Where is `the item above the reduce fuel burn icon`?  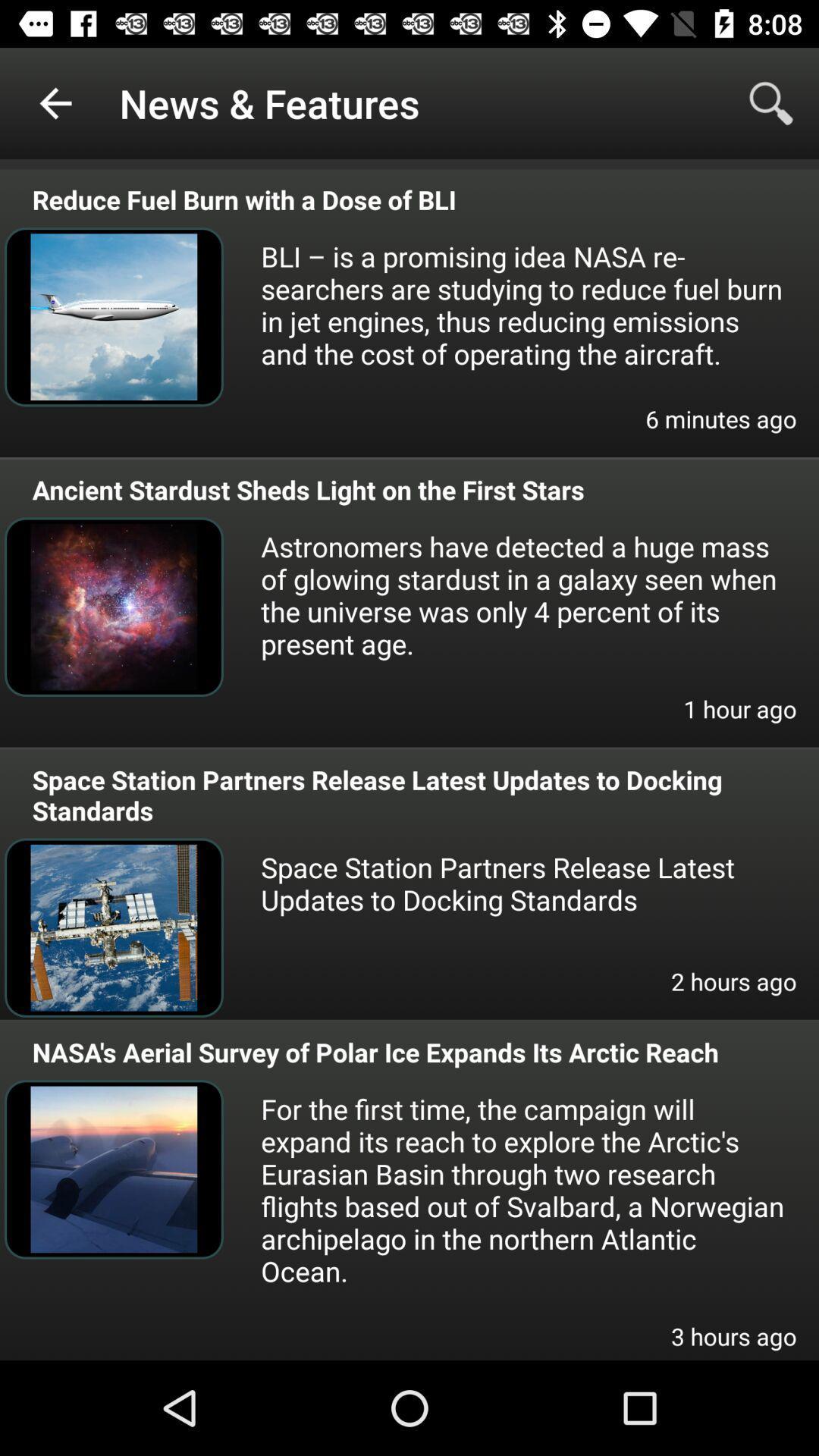 the item above the reduce fuel burn icon is located at coordinates (771, 102).